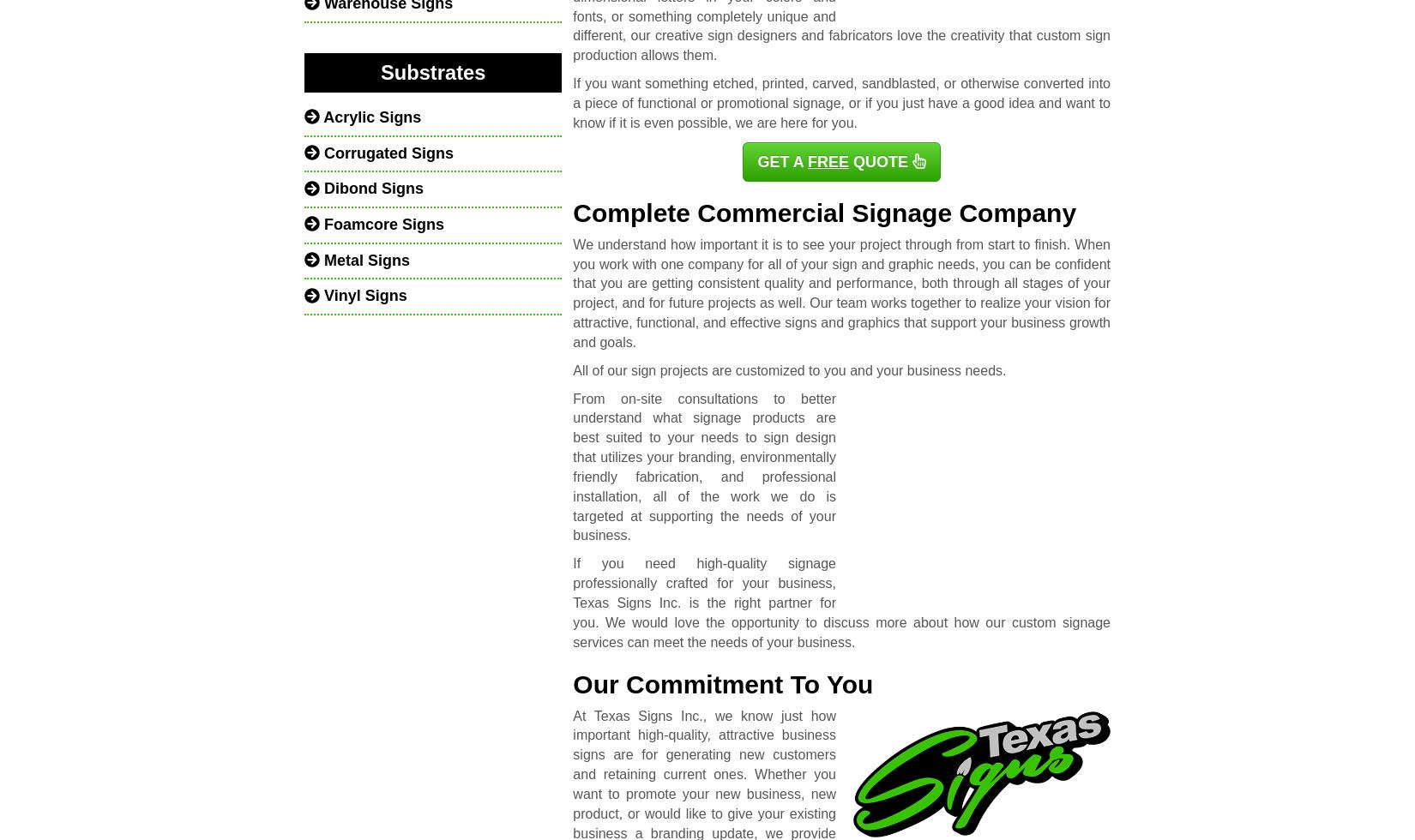 This screenshot has width=1415, height=840. I want to click on 'Complete Commercial Signage Company', so click(824, 212).